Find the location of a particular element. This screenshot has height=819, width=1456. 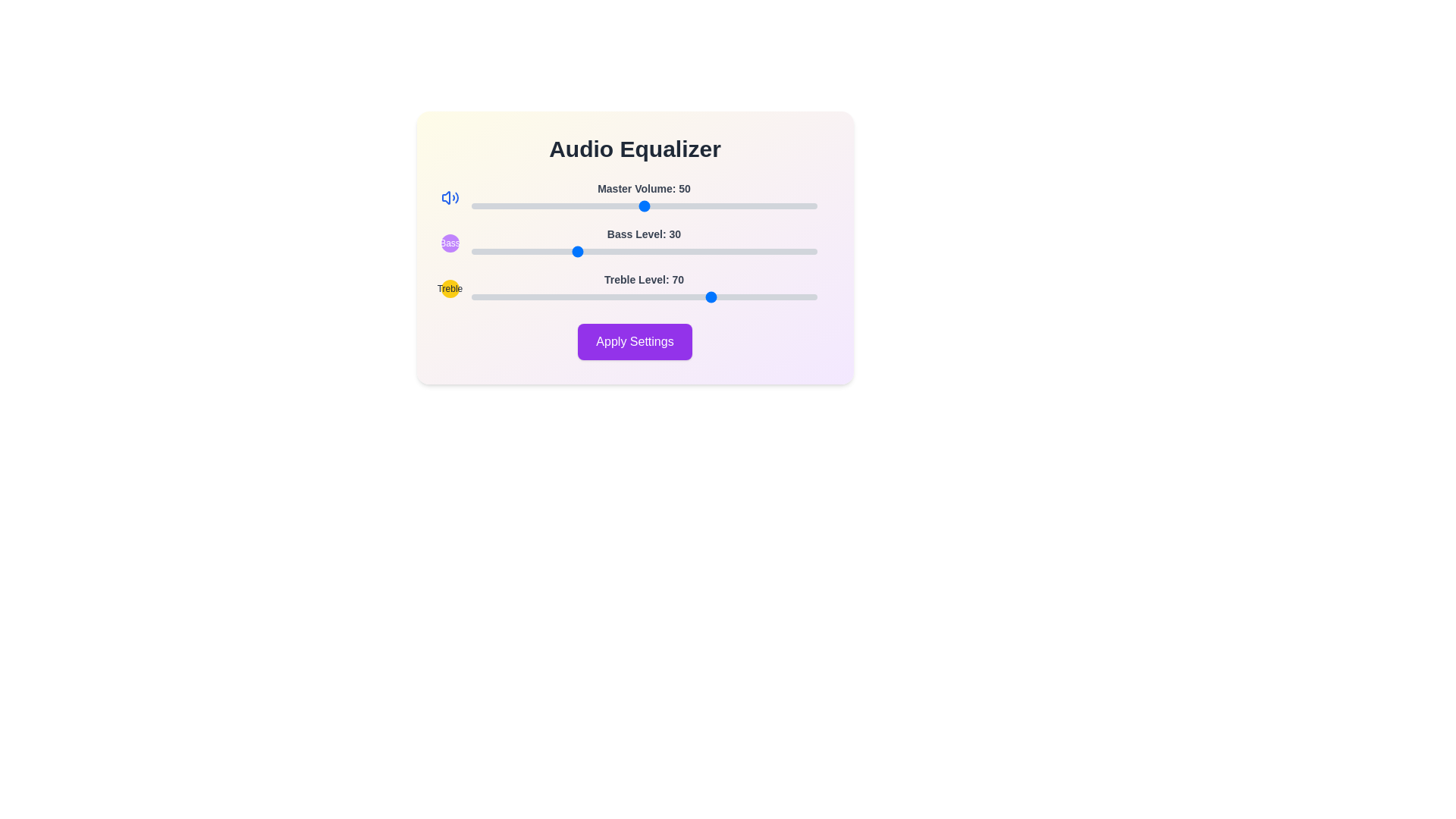

the master volume is located at coordinates (563, 206).